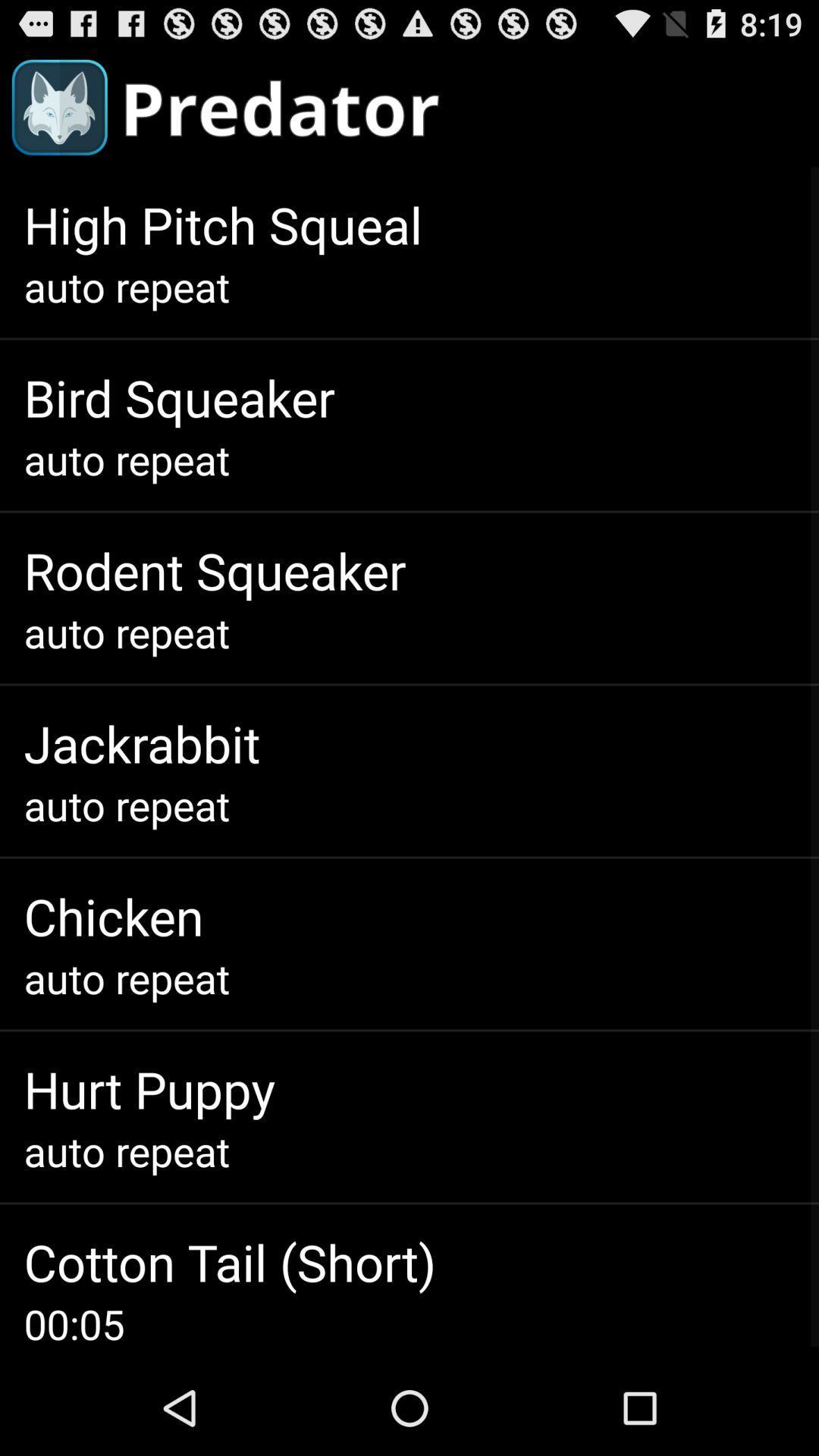  Describe the element at coordinates (178, 397) in the screenshot. I see `the bird squeaker item` at that location.